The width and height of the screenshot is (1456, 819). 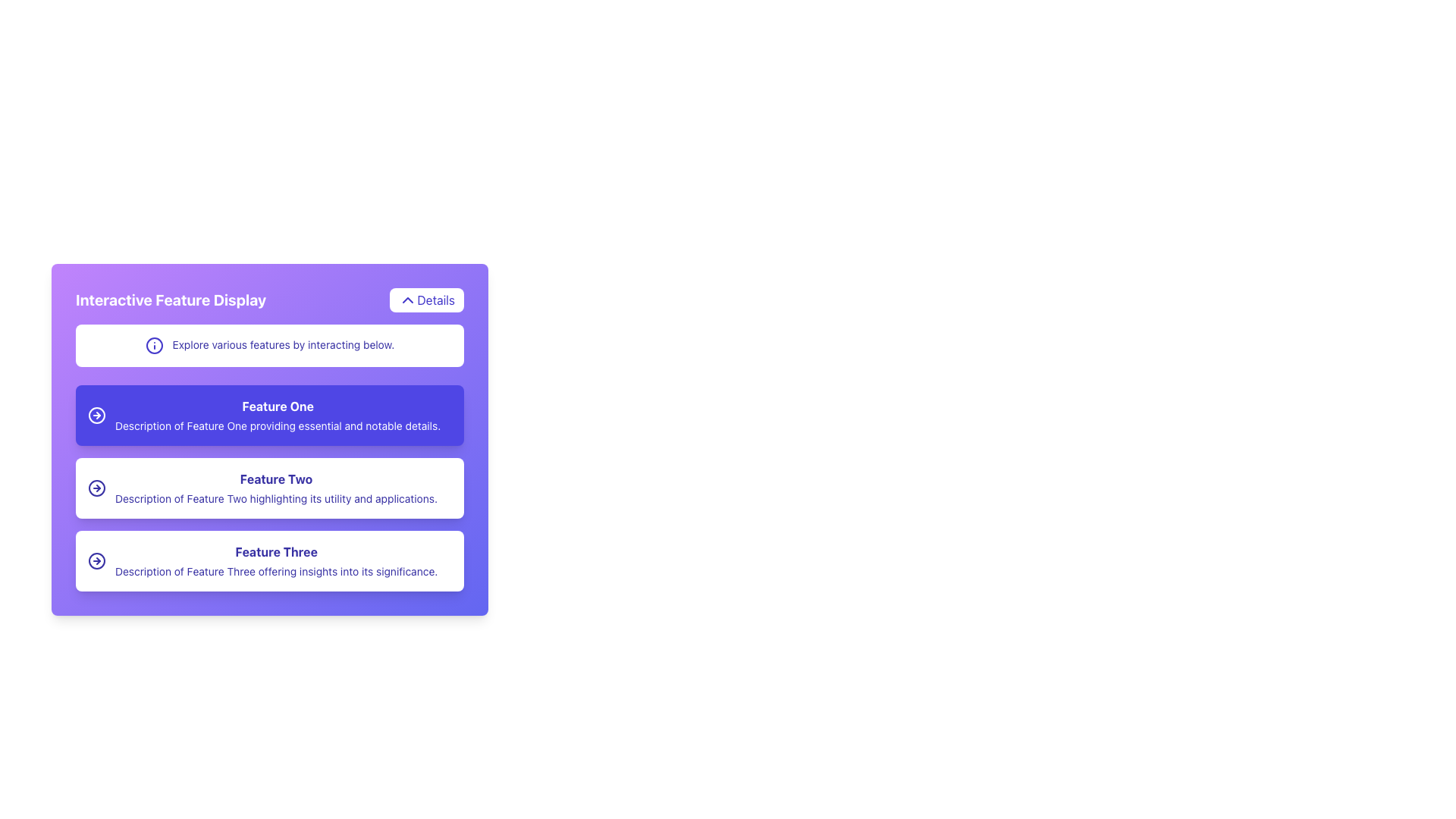 I want to click on the element that displays the title 'Feature One' along with its description, visually separated by a purple rectangular background, located in the interactive feature display pane, so click(x=278, y=415).